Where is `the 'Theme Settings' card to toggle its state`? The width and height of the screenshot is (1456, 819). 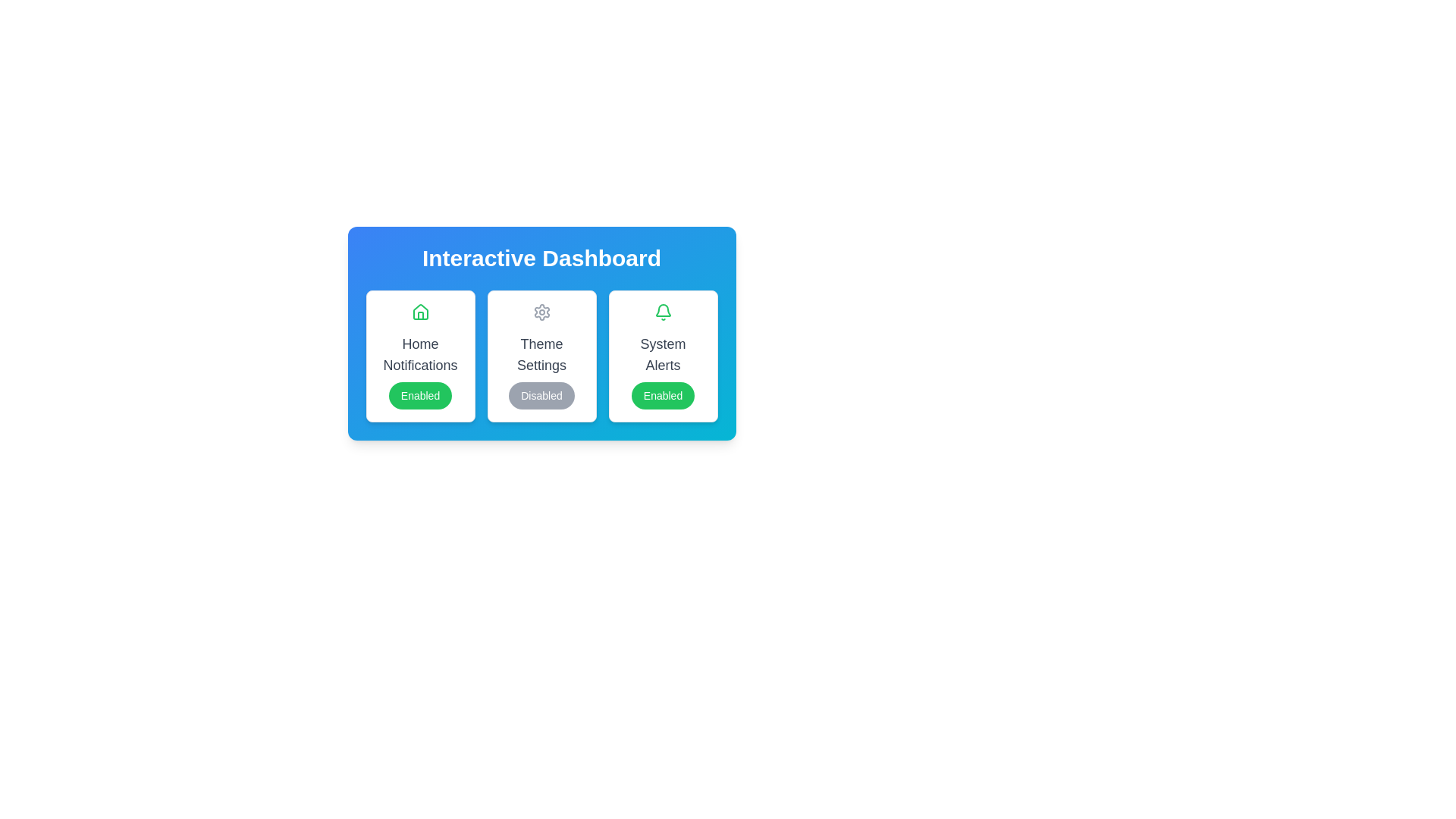 the 'Theme Settings' card to toggle its state is located at coordinates (541, 356).